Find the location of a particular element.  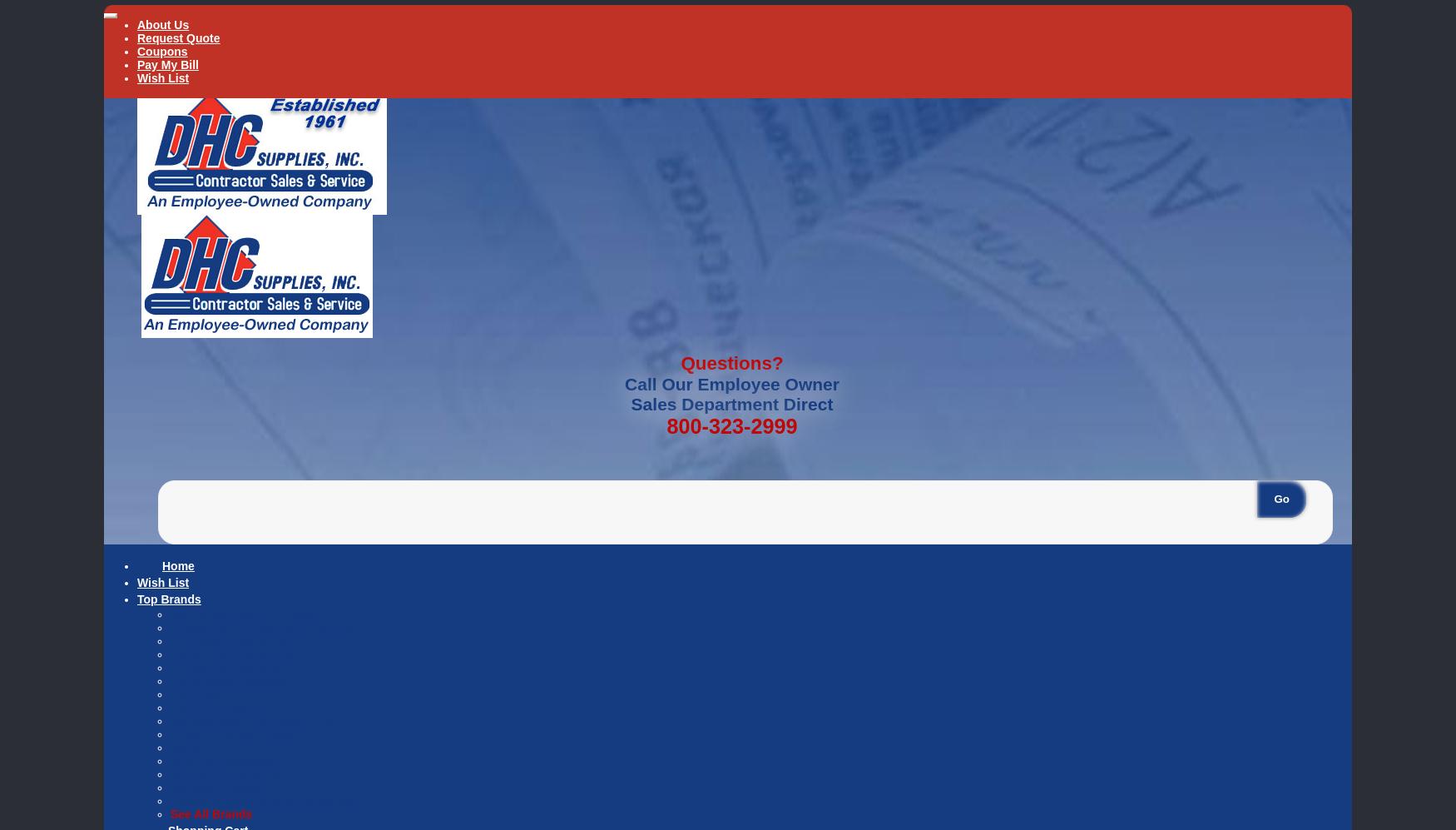

'About Us' is located at coordinates (163, 25).